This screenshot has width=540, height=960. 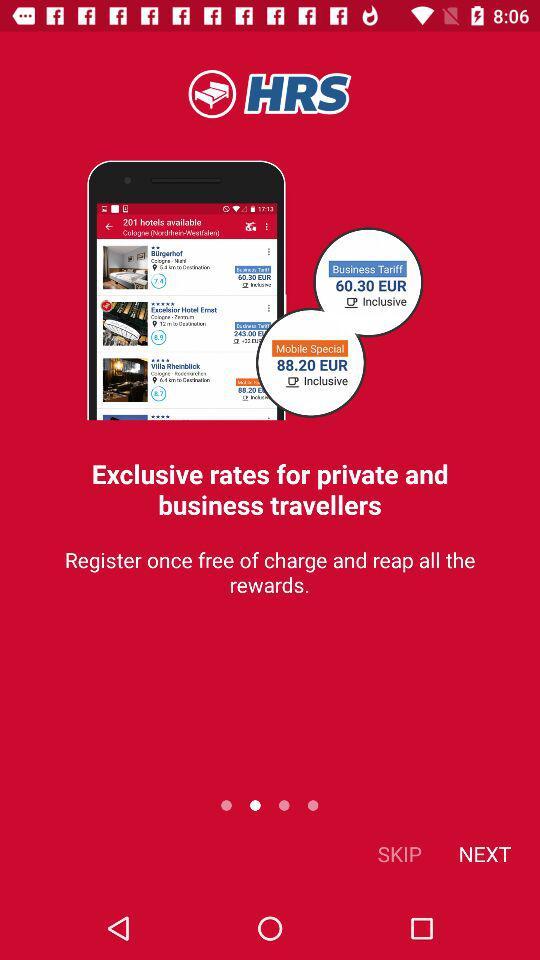 I want to click on item below register once free item, so click(x=483, y=852).